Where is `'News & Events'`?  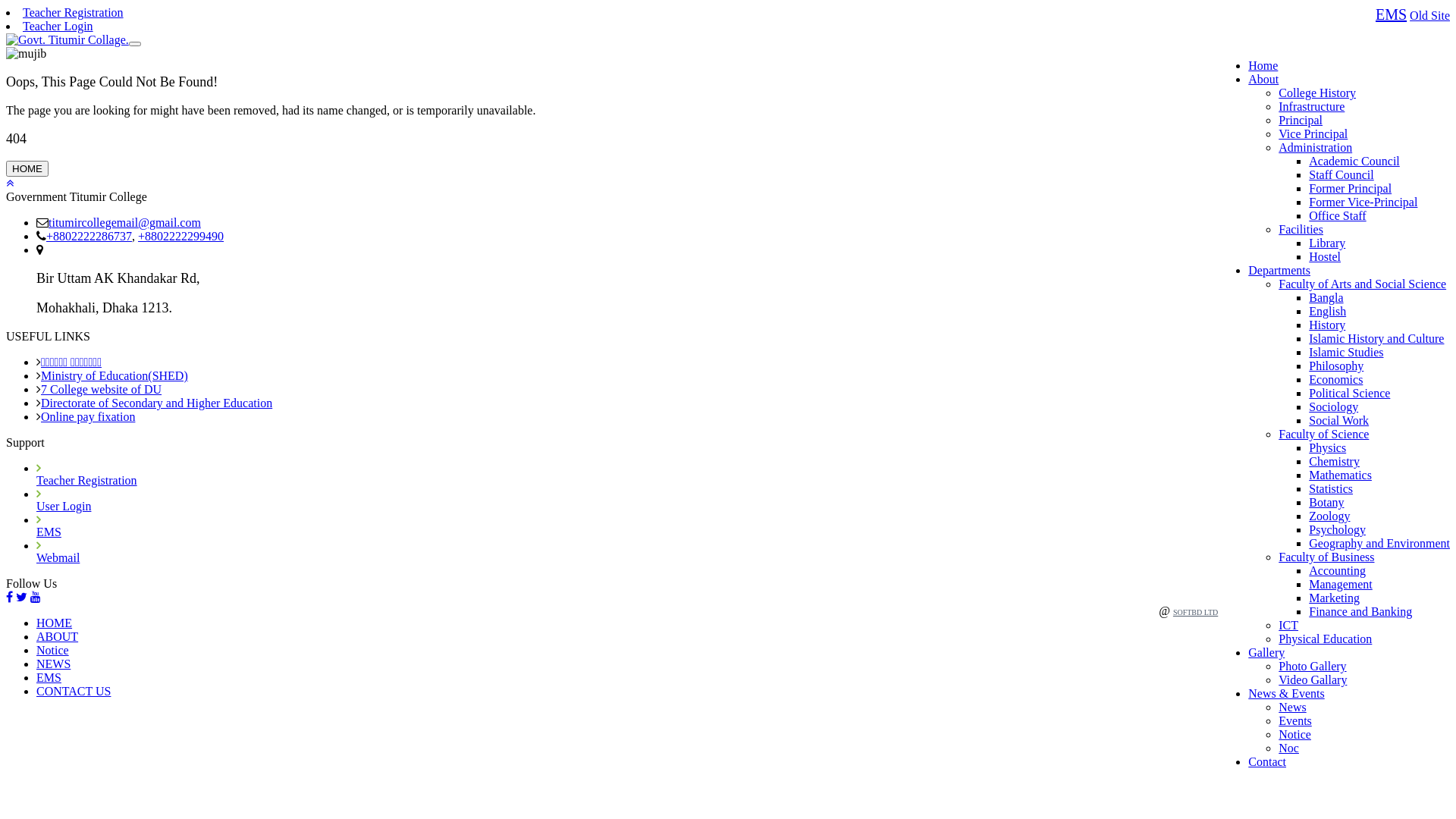
'News & Events' is located at coordinates (1248, 693).